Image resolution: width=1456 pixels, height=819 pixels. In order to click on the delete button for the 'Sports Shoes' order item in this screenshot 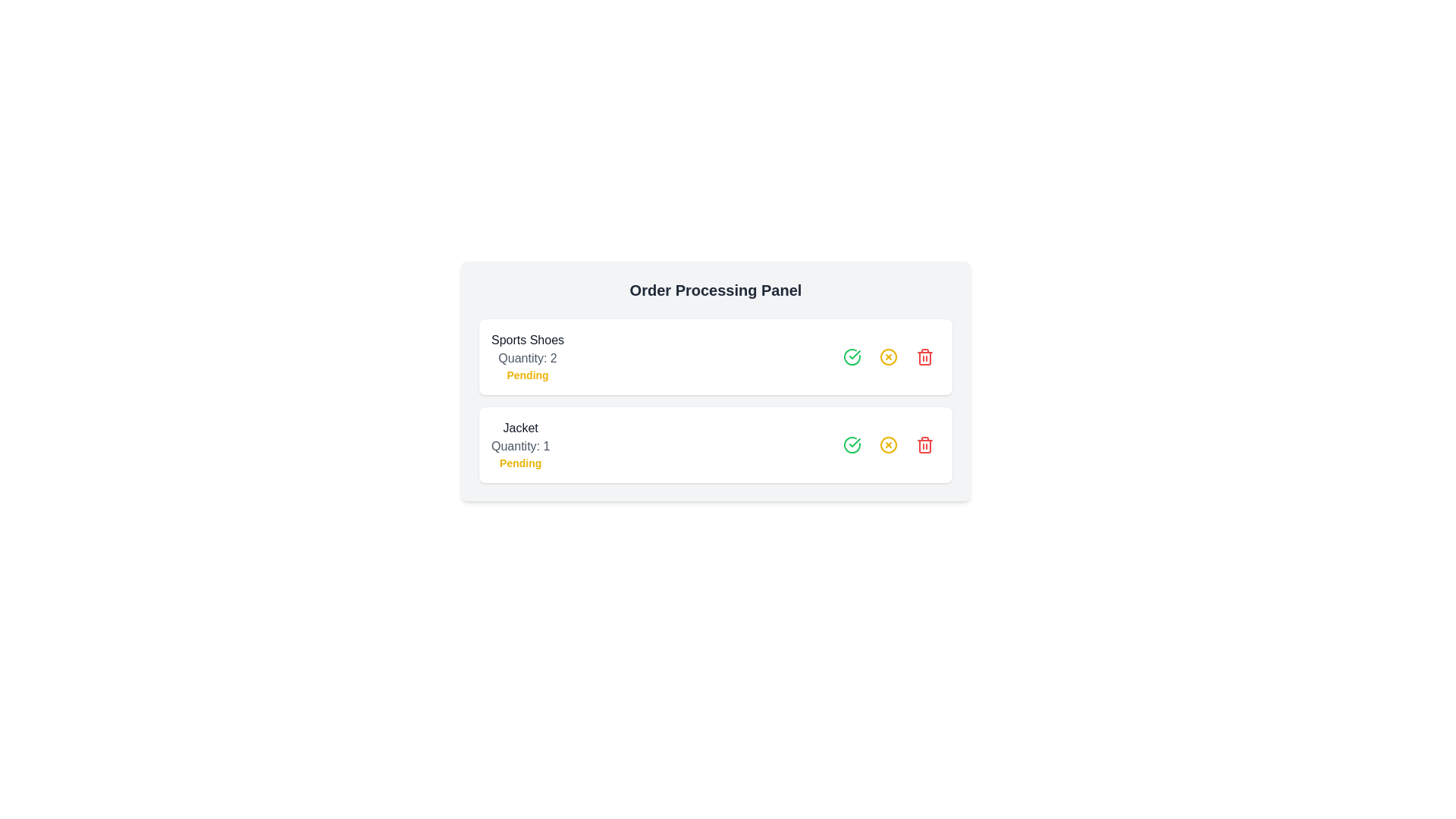, I will do `click(924, 356)`.